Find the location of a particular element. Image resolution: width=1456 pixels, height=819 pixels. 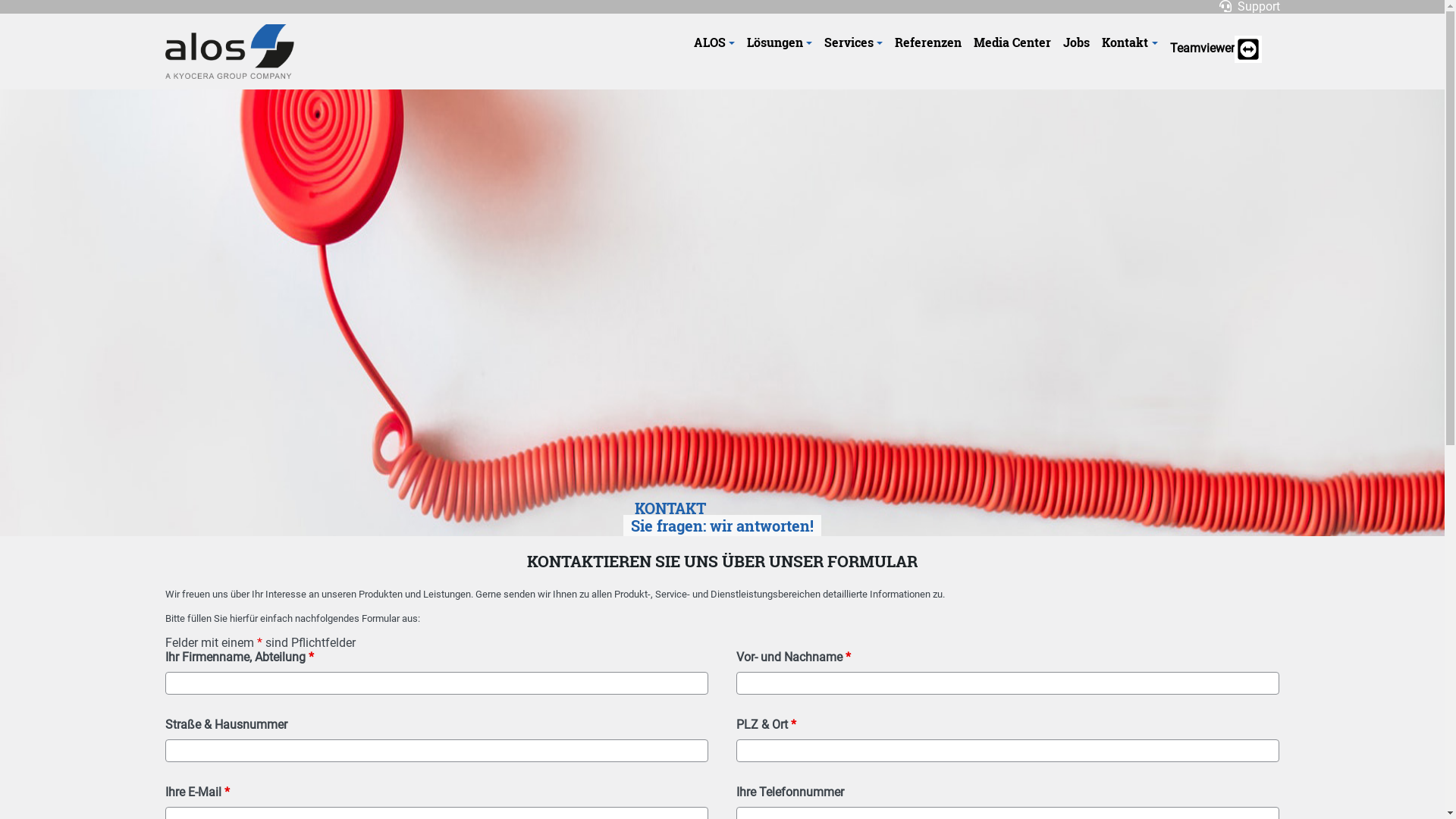

'Jobs' is located at coordinates (1056, 42).